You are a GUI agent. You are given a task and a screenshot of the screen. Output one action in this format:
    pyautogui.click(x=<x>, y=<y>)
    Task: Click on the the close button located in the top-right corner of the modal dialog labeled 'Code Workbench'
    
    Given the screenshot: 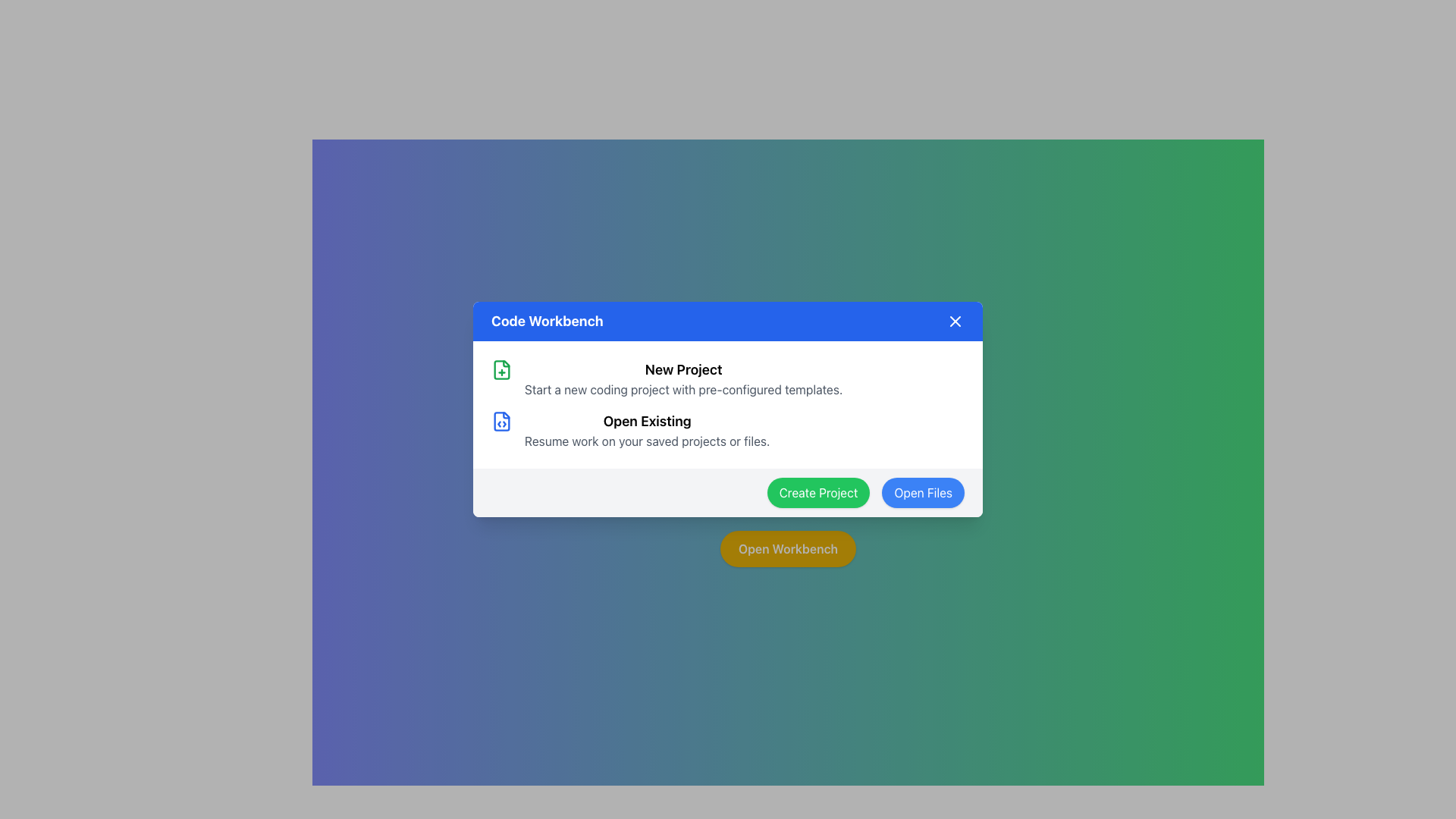 What is the action you would take?
    pyautogui.click(x=954, y=321)
    